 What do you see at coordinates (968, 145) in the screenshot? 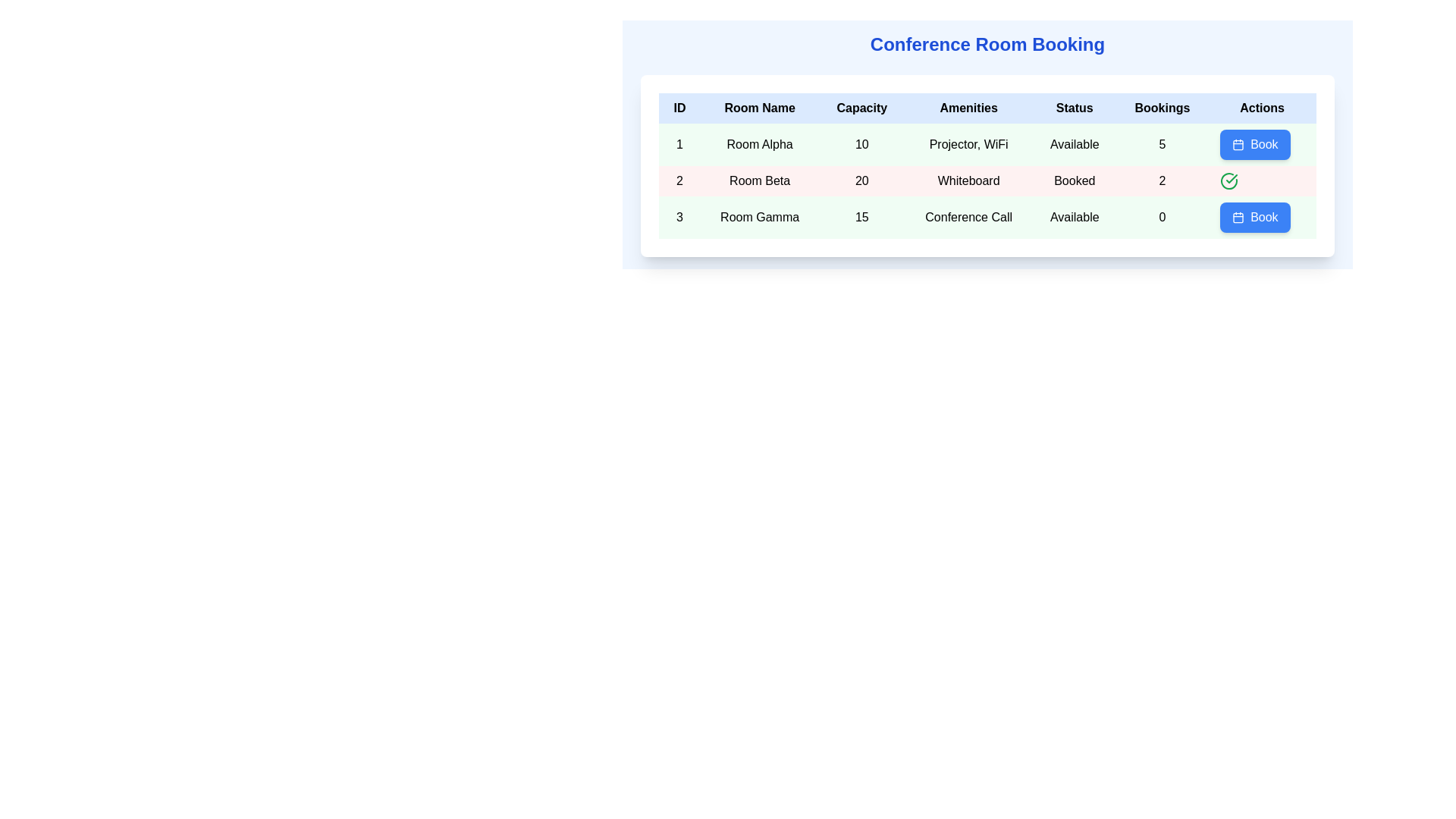
I see `the text label displaying 'Projector, WiFi' in the 'Amenities' column of the 'Conference Room Booking' table` at bounding box center [968, 145].